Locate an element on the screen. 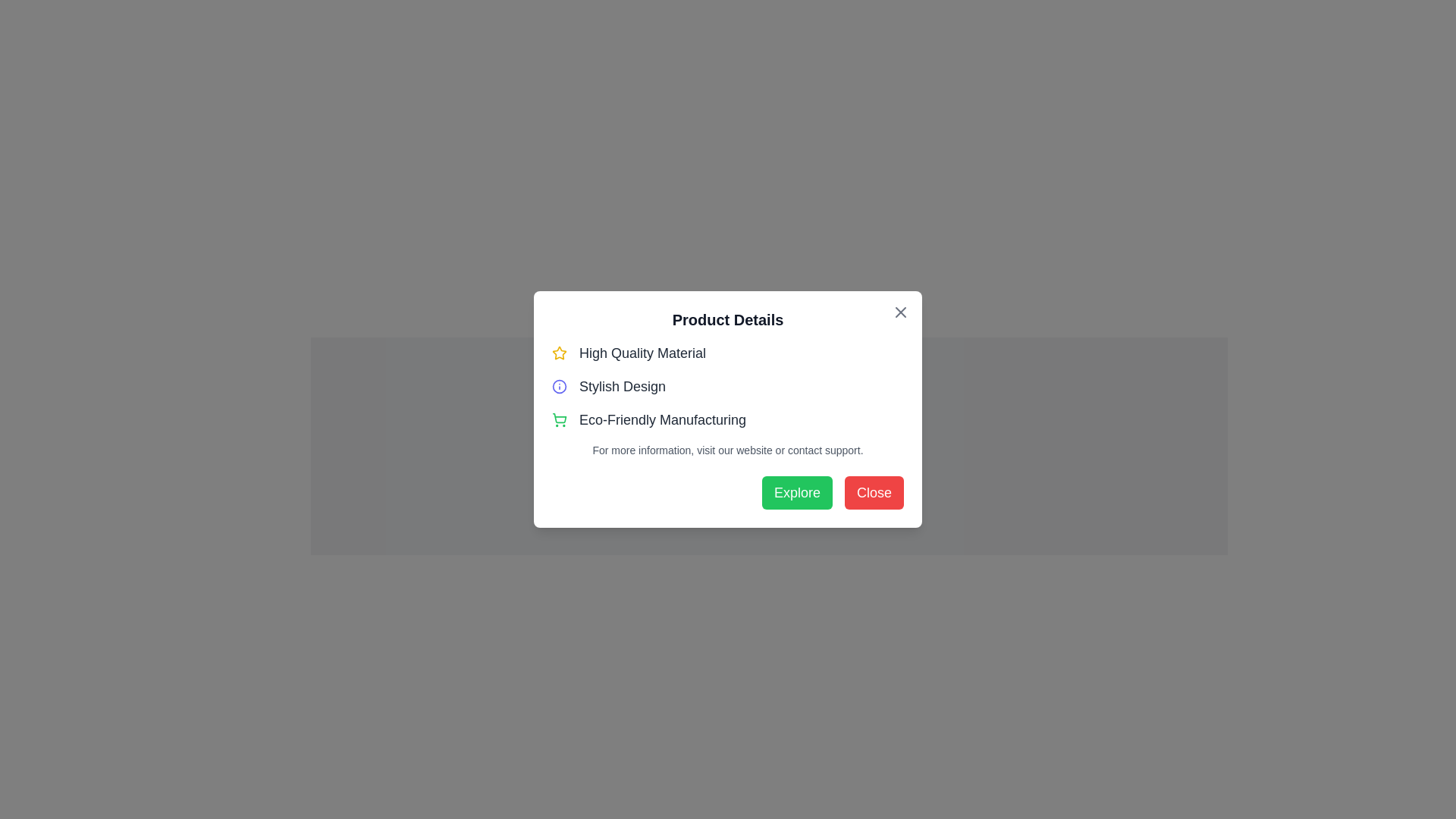  the shopping cart icon's body frame, which is a green curved rectangle indicating its active state, for interaction is located at coordinates (559, 418).